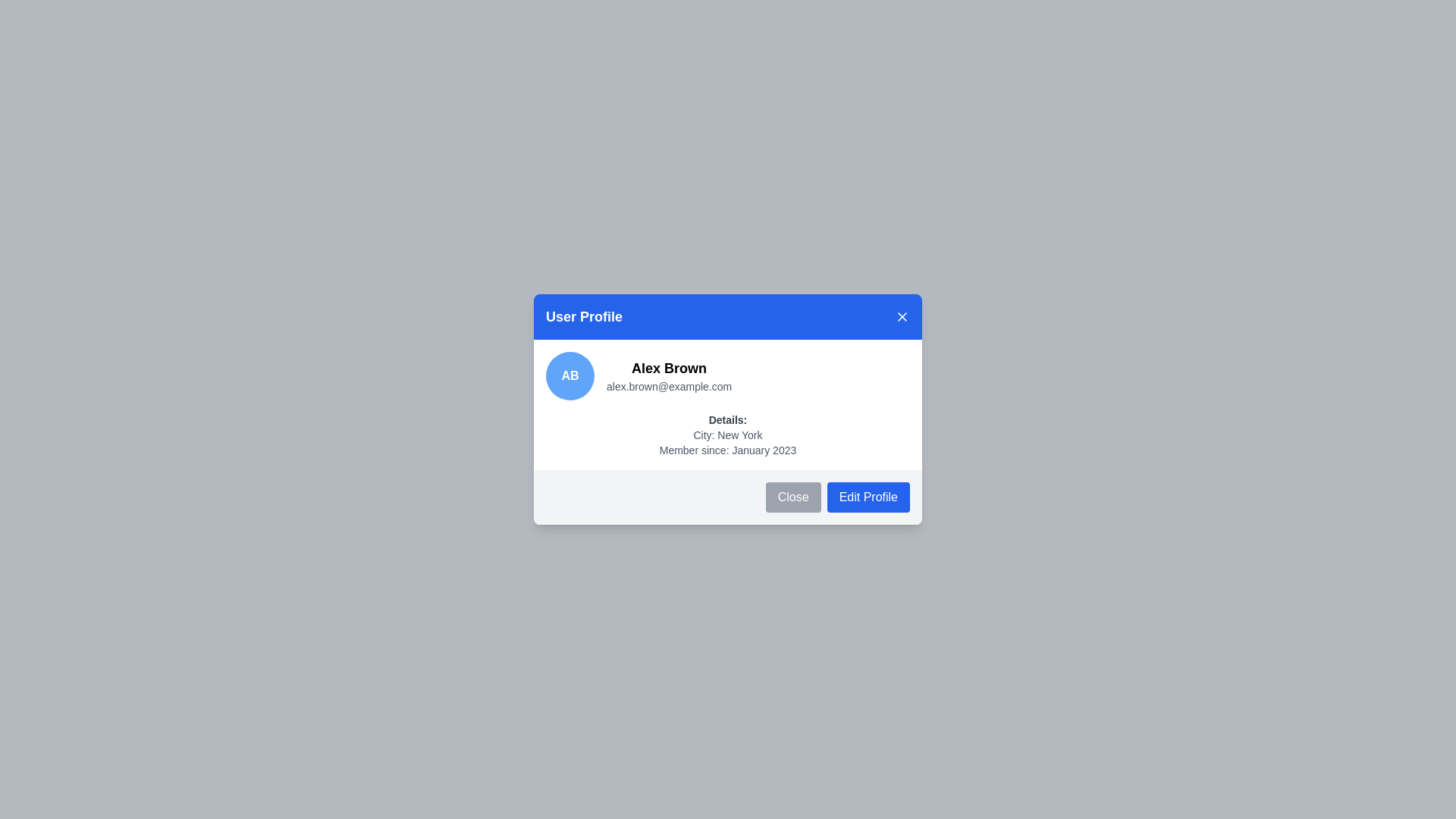 Image resolution: width=1456 pixels, height=819 pixels. What do you see at coordinates (728, 435) in the screenshot?
I see `the static text element that displays the user's city of residence, which is located in the lower half of the user profile card, centered horizontally between the label 'Details:' and the line 'Member since: January 2023.'` at bounding box center [728, 435].